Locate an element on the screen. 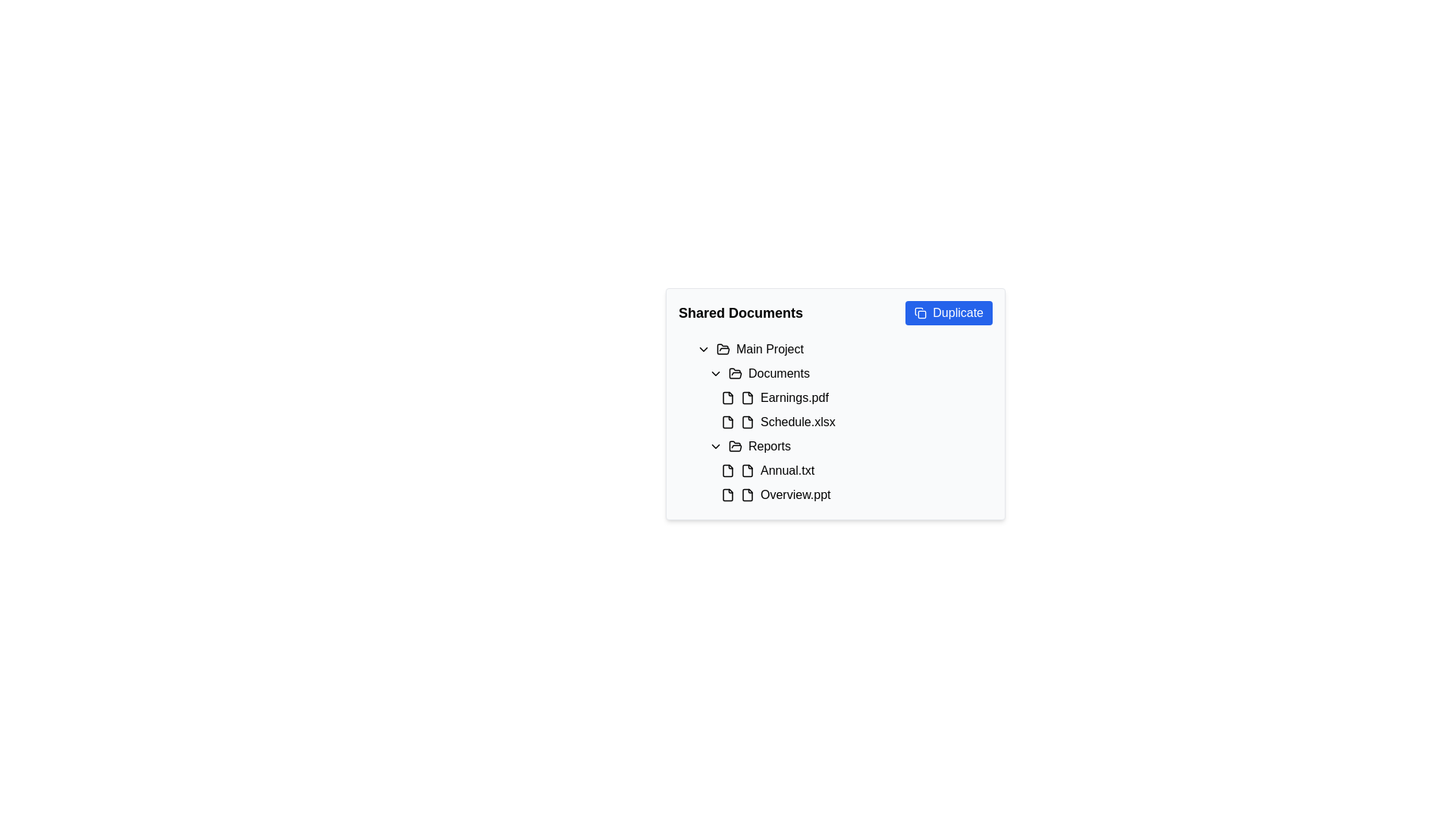 This screenshot has width=1456, height=819. the 'Documents' folder icon, which is a classic two-panel styled icon with a black stroke, located under the 'Main Project' subheading in the 'Shared Documents' navigation panel is located at coordinates (735, 373).